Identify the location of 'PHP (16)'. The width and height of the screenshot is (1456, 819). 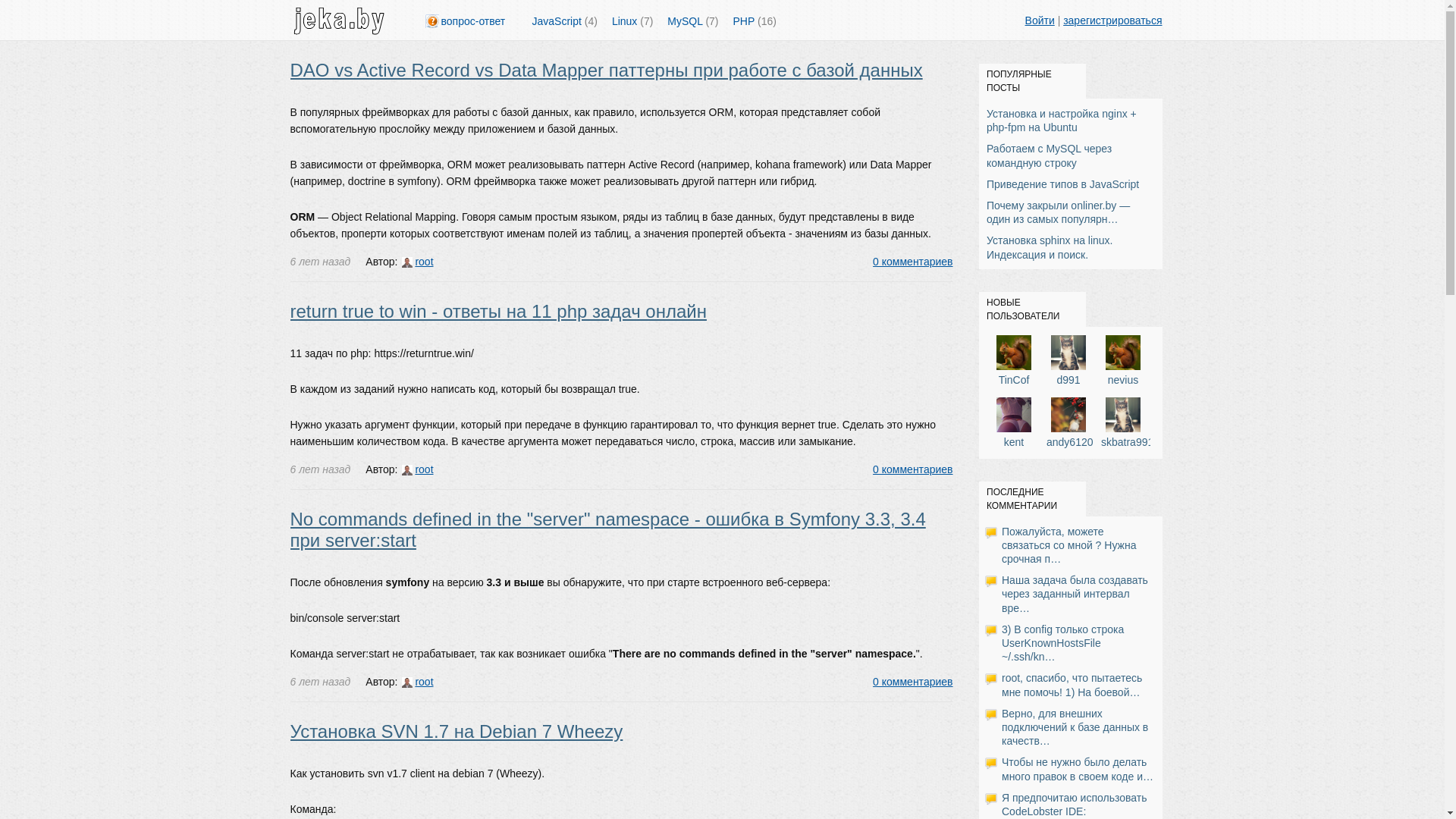
(755, 20).